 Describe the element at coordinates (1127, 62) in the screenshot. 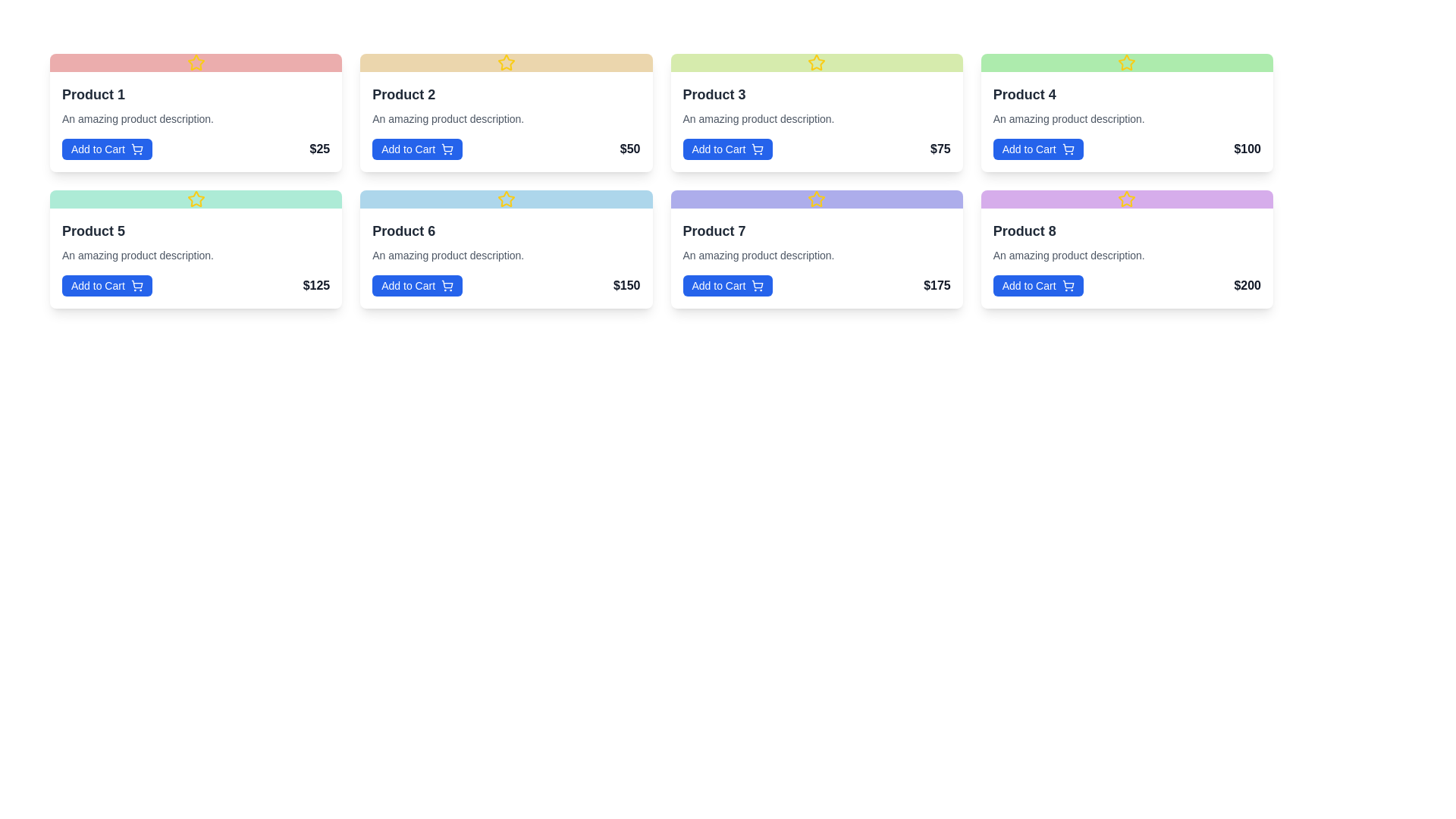

I see `the yellow star icon located at the top of the 'Product 4' card, which is positioned centrally within a green bar, above the product title and description, if it is interactive` at that location.